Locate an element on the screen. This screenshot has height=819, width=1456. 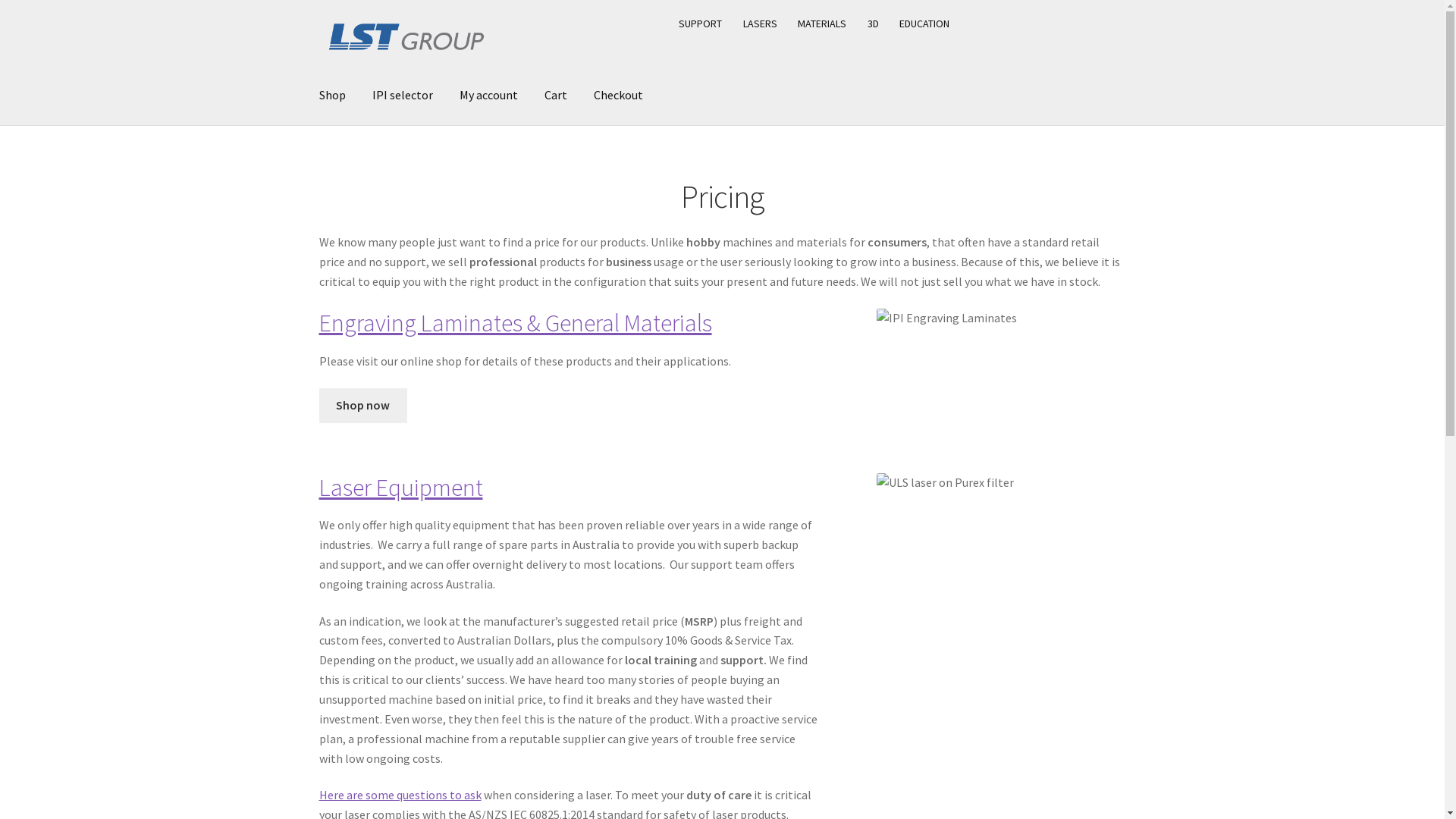
'MATERIALS' is located at coordinates (821, 23).